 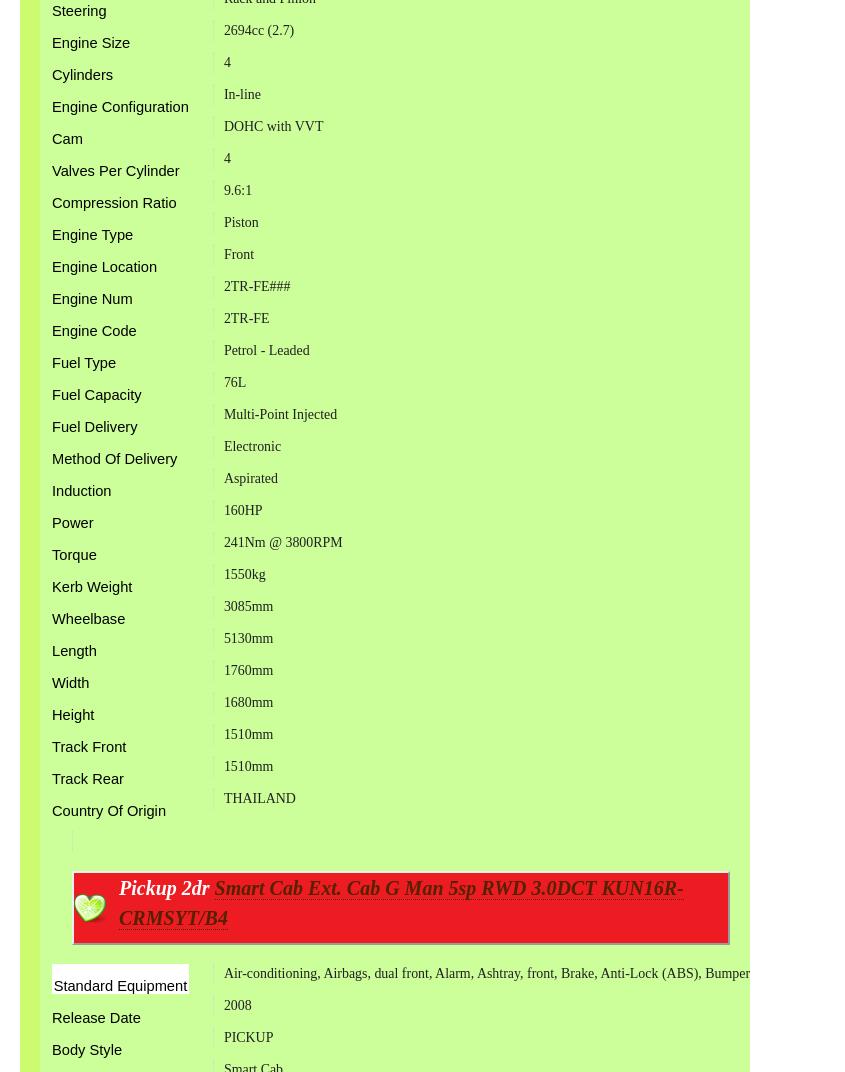 What do you see at coordinates (221, 798) in the screenshot?
I see `'THAILAND'` at bounding box center [221, 798].